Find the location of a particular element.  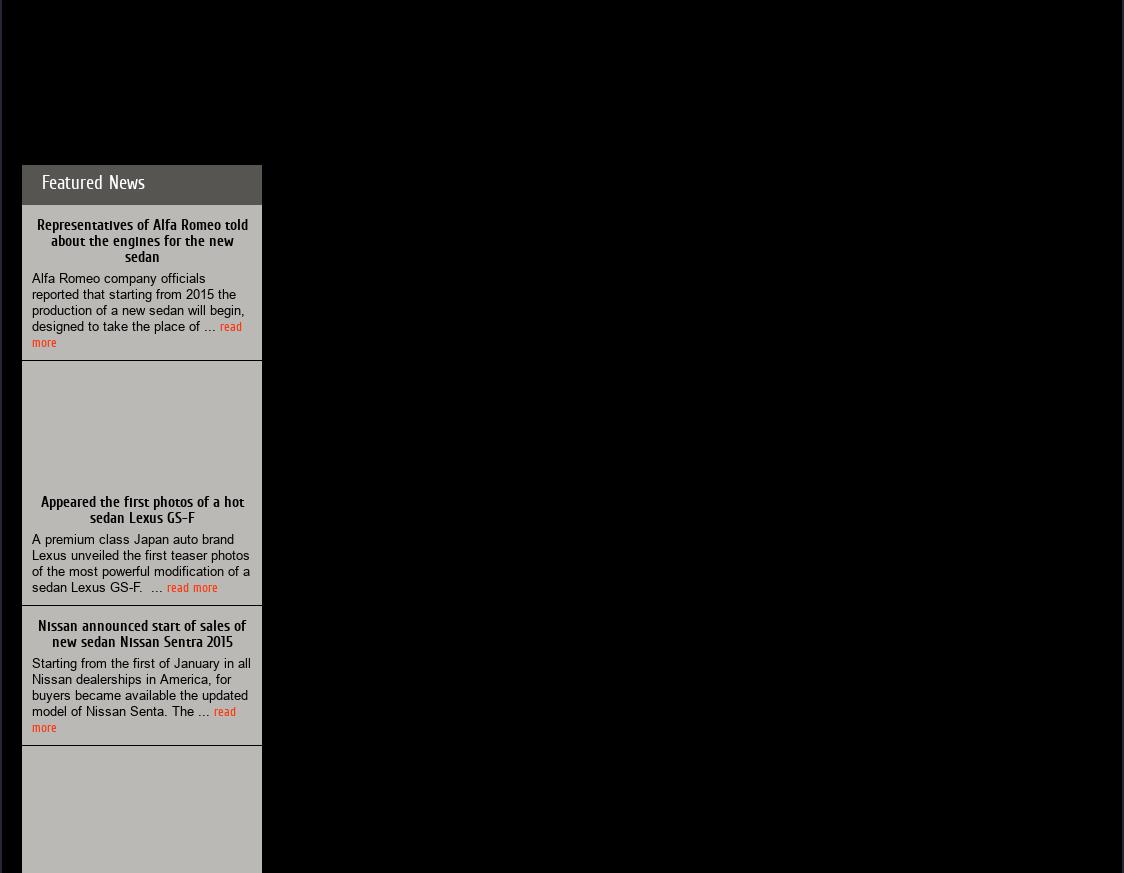

'Nissan announced start of sales of new sedan Nissan Sentra 2015' is located at coordinates (140, 633).